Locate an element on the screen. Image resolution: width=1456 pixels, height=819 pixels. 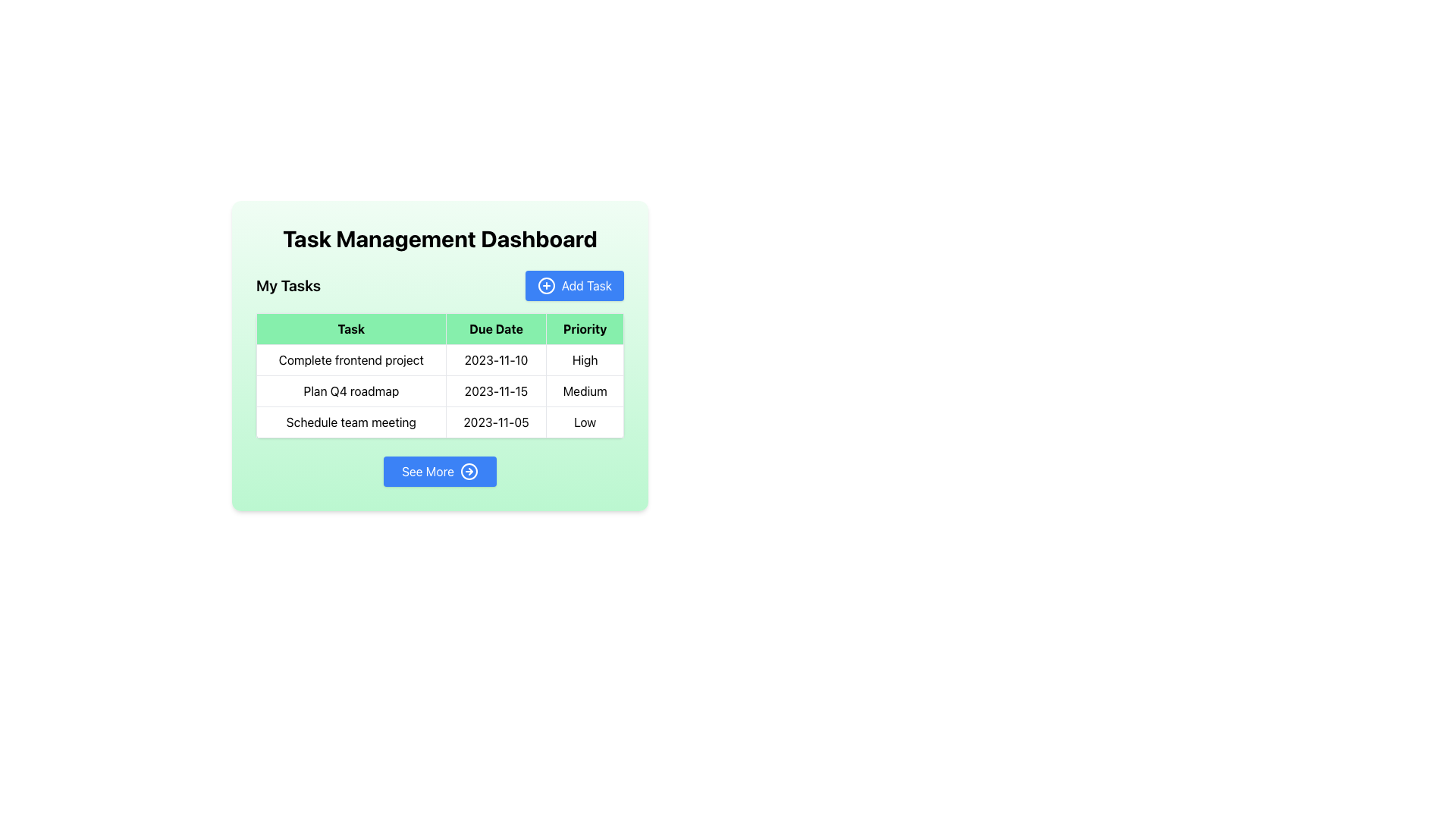
the 'See More' button located at the bottom of the green card in the Task Management Dashboard is located at coordinates (439, 470).